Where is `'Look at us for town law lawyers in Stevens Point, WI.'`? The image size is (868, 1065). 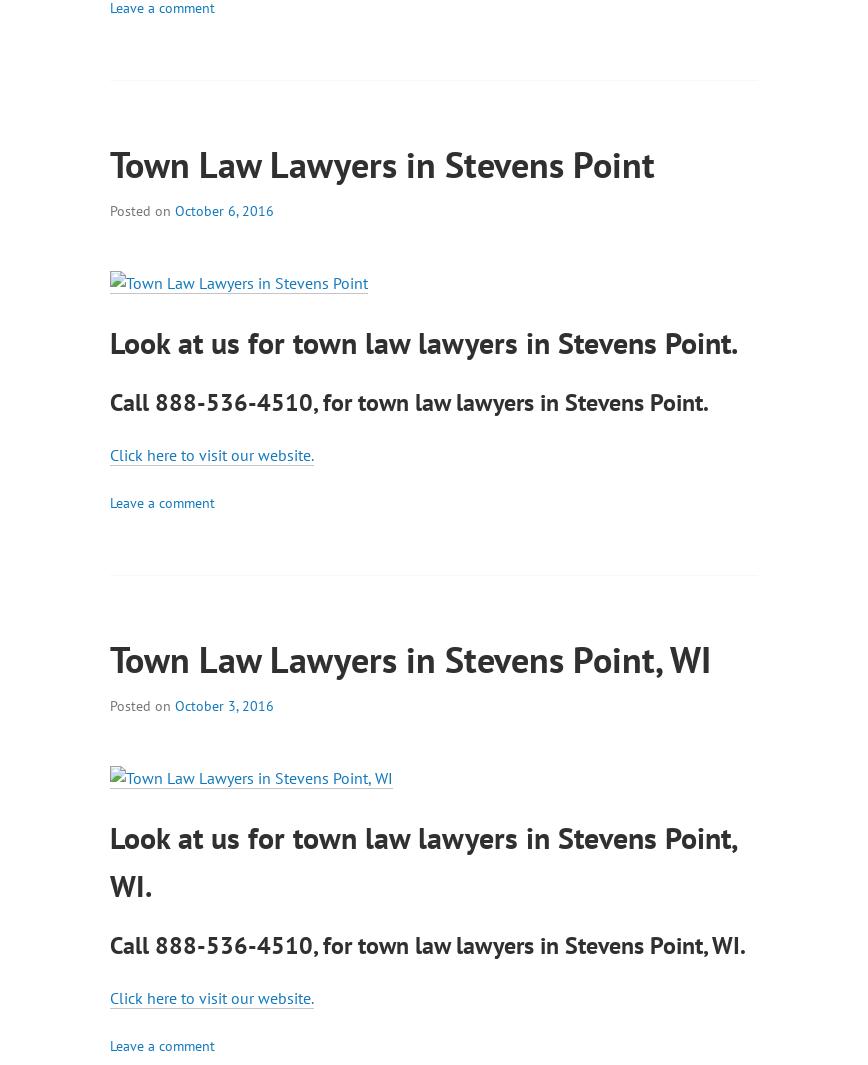 'Look at us for town law lawyers in Stevens Point, WI.' is located at coordinates (423, 860).